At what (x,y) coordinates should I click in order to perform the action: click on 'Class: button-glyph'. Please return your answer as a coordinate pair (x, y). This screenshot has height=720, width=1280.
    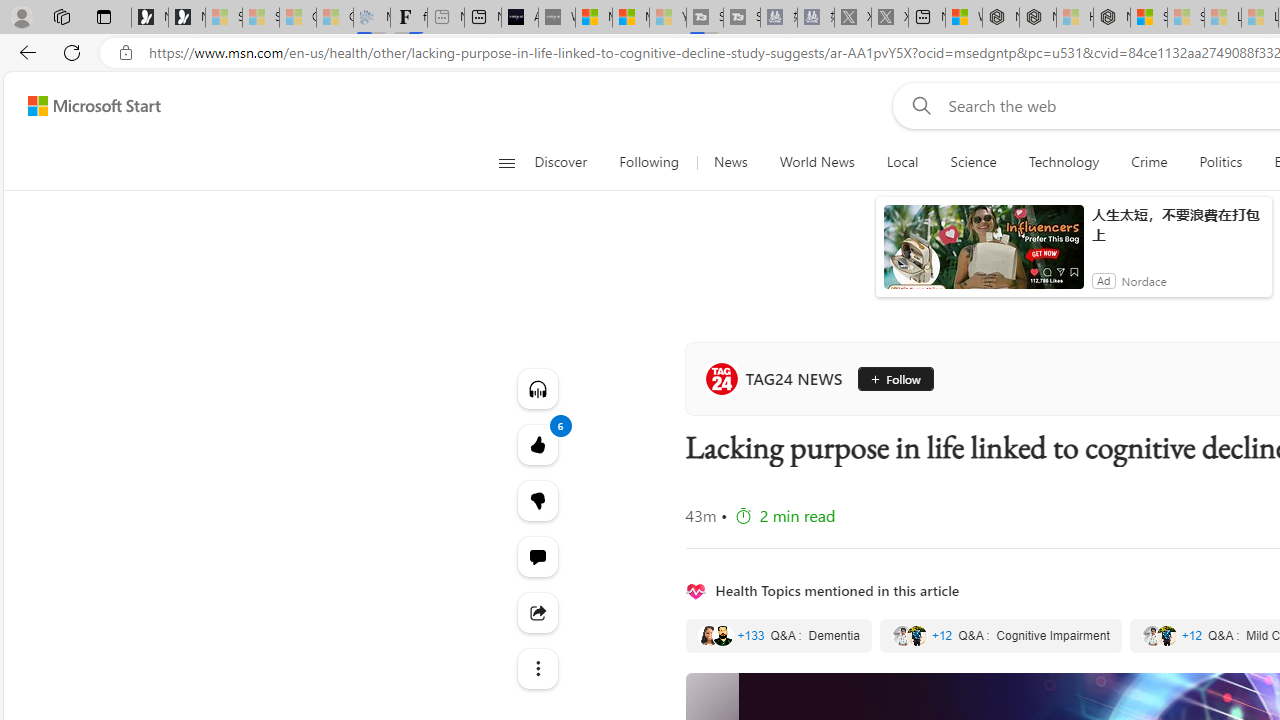
    Looking at the image, I should click on (506, 162).